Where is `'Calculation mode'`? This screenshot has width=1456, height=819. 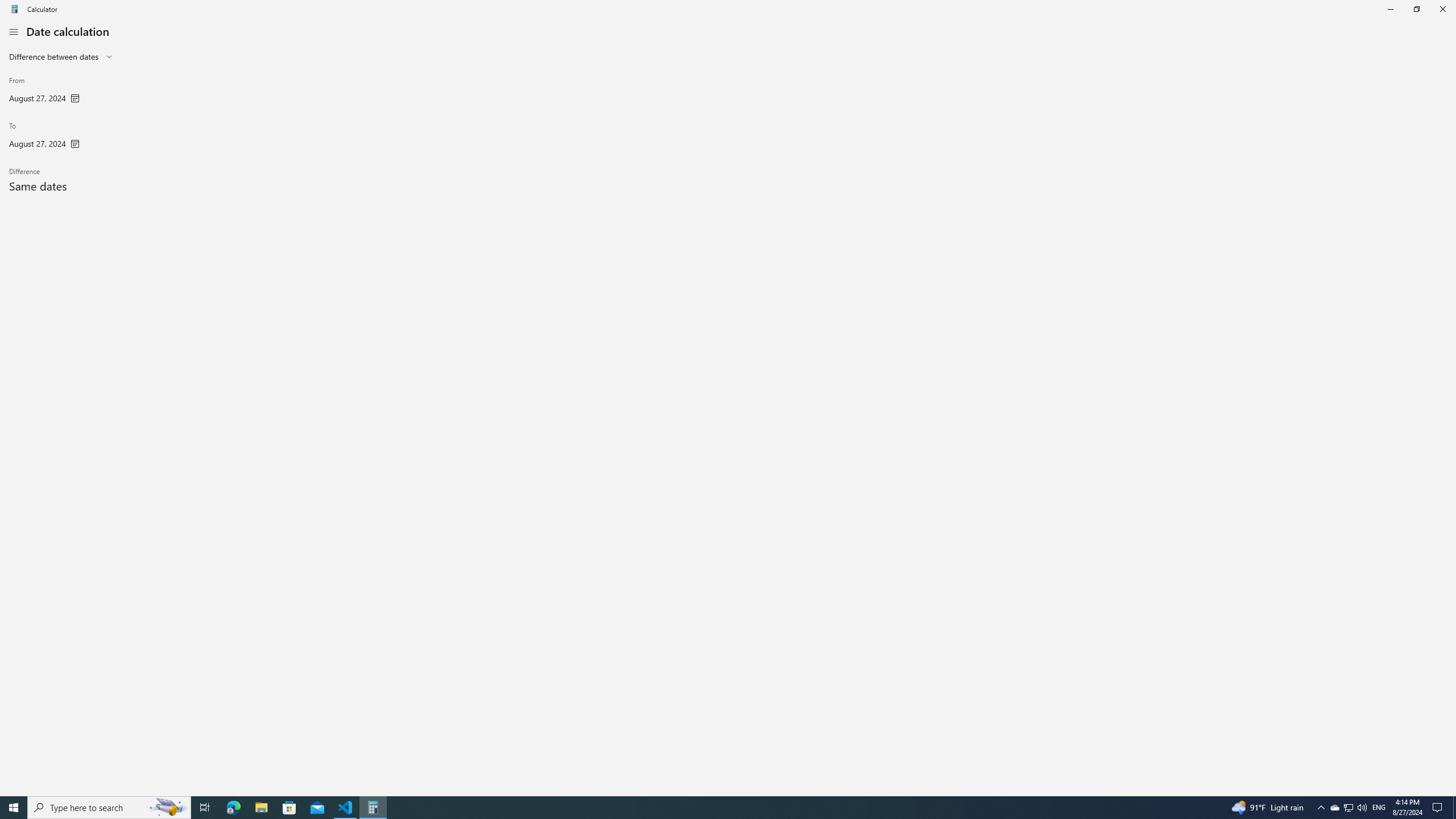 'Calculation mode' is located at coordinates (60, 56).